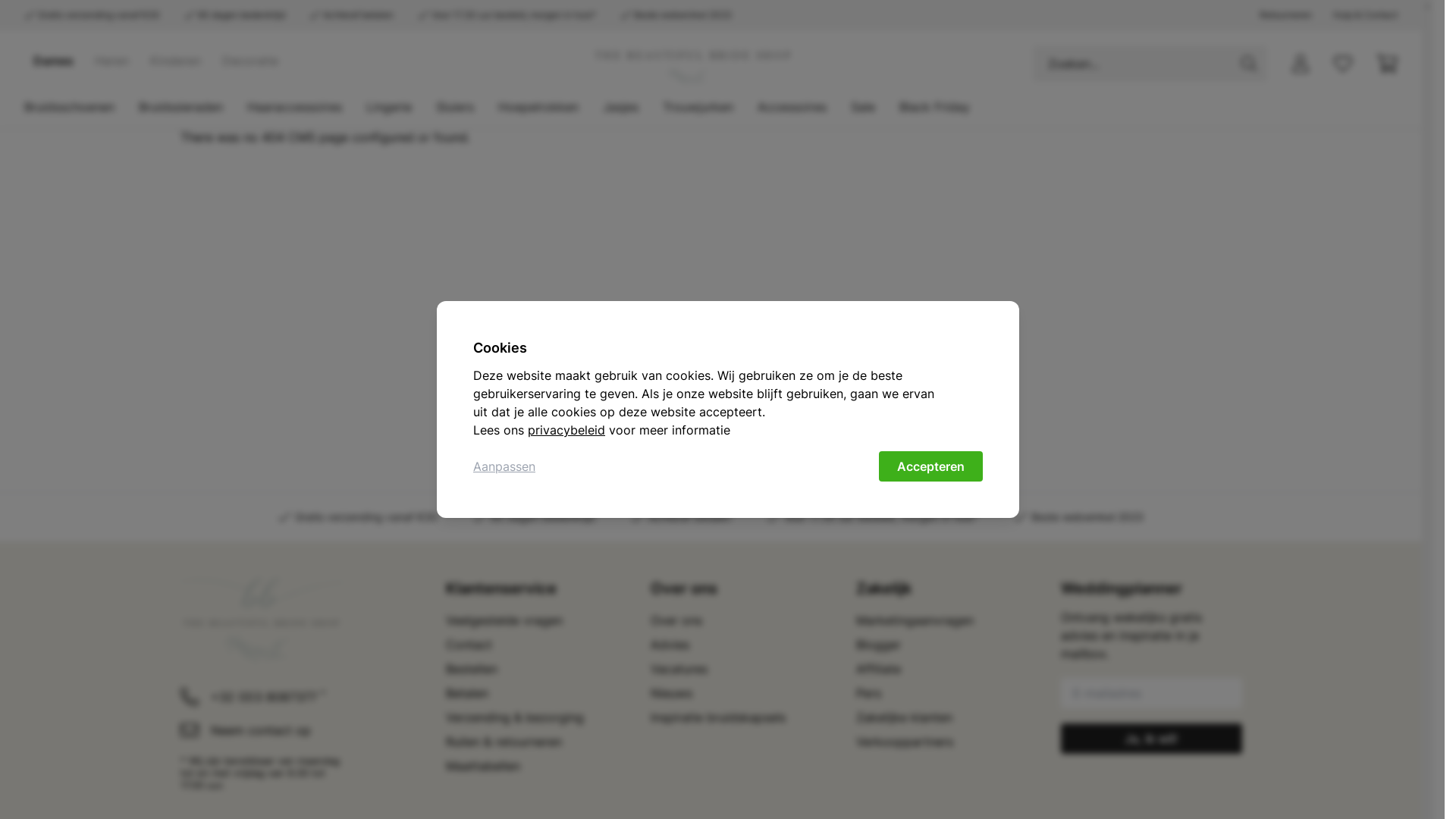  What do you see at coordinates (538, 106) in the screenshot?
I see `'Hoepelrokken'` at bounding box center [538, 106].